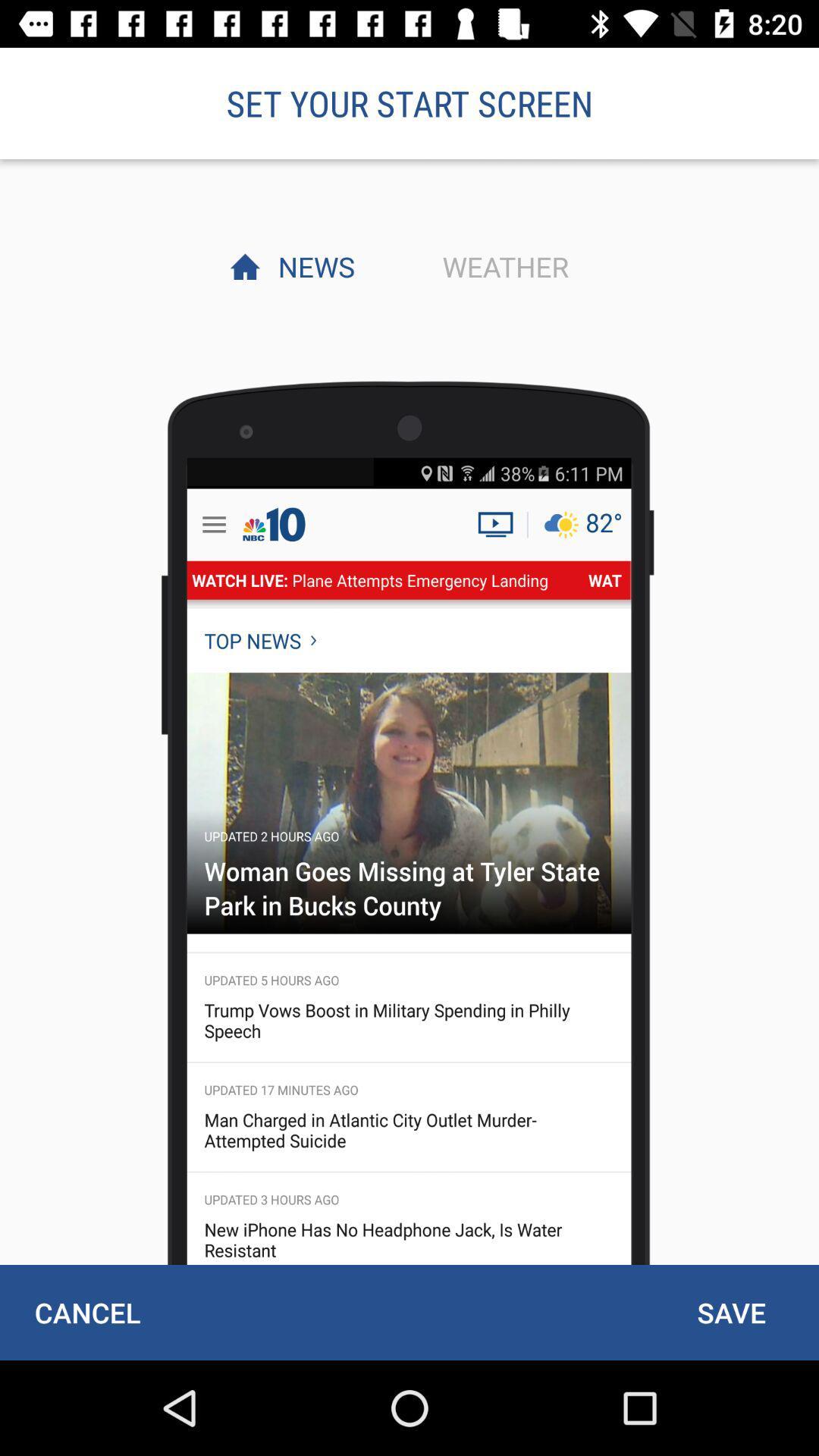 Image resolution: width=819 pixels, height=1456 pixels. I want to click on item to the right of news icon, so click(501, 266).